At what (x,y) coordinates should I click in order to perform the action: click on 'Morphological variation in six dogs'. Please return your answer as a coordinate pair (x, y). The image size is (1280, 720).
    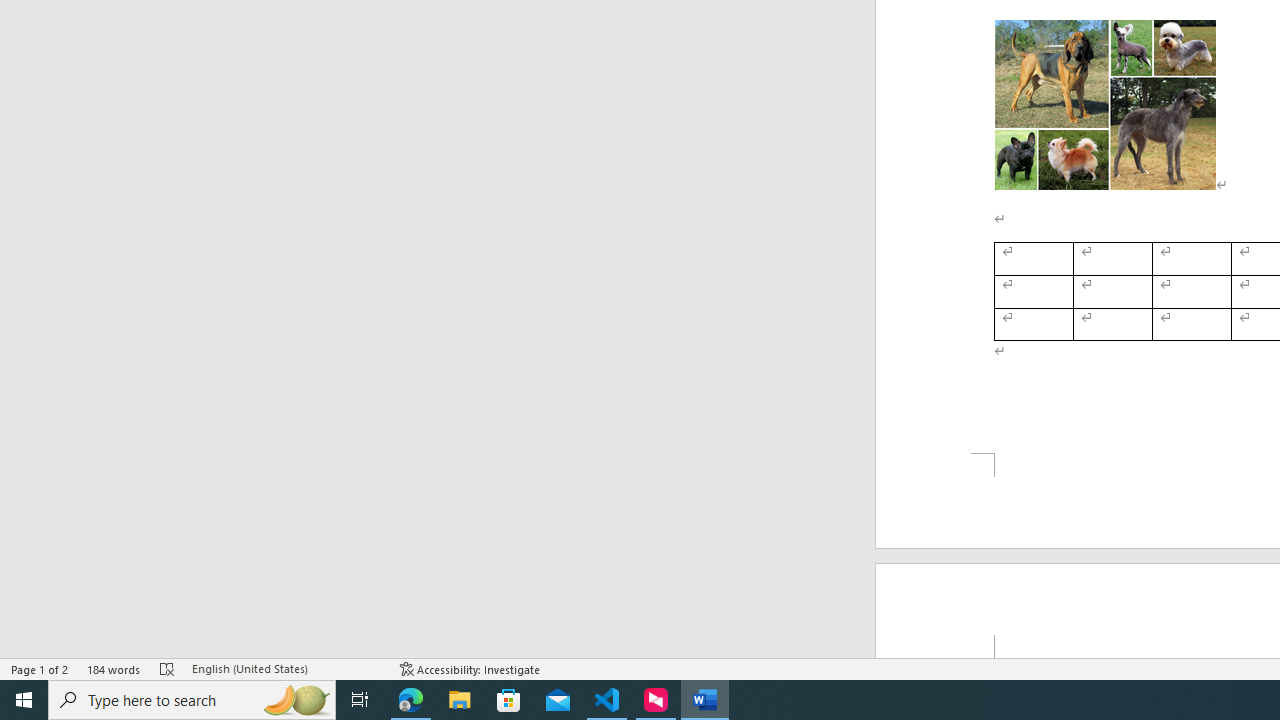
    Looking at the image, I should click on (1104, 105).